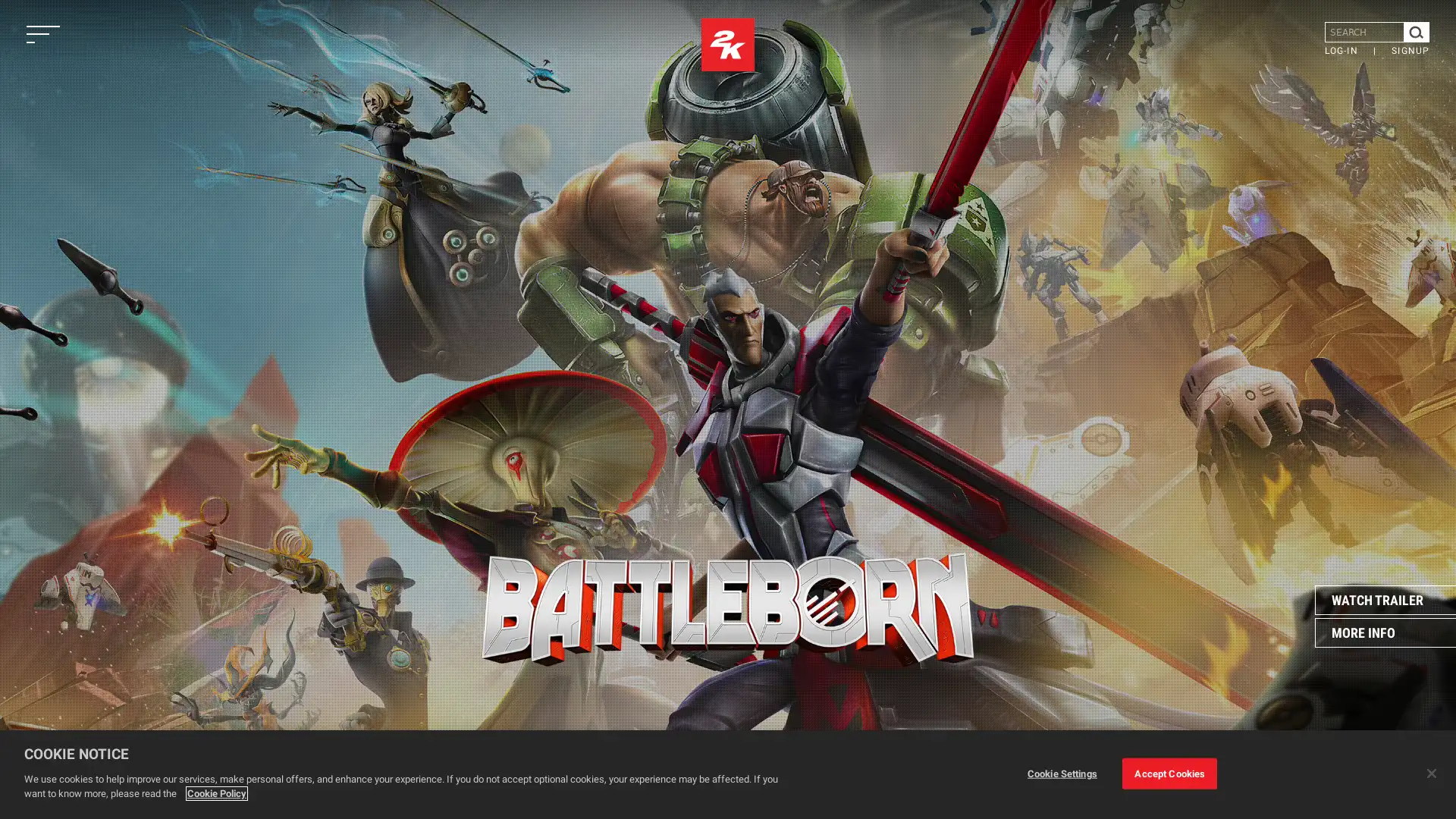  Describe the element at coordinates (1061, 773) in the screenshot. I see `Cookie Settings` at that location.